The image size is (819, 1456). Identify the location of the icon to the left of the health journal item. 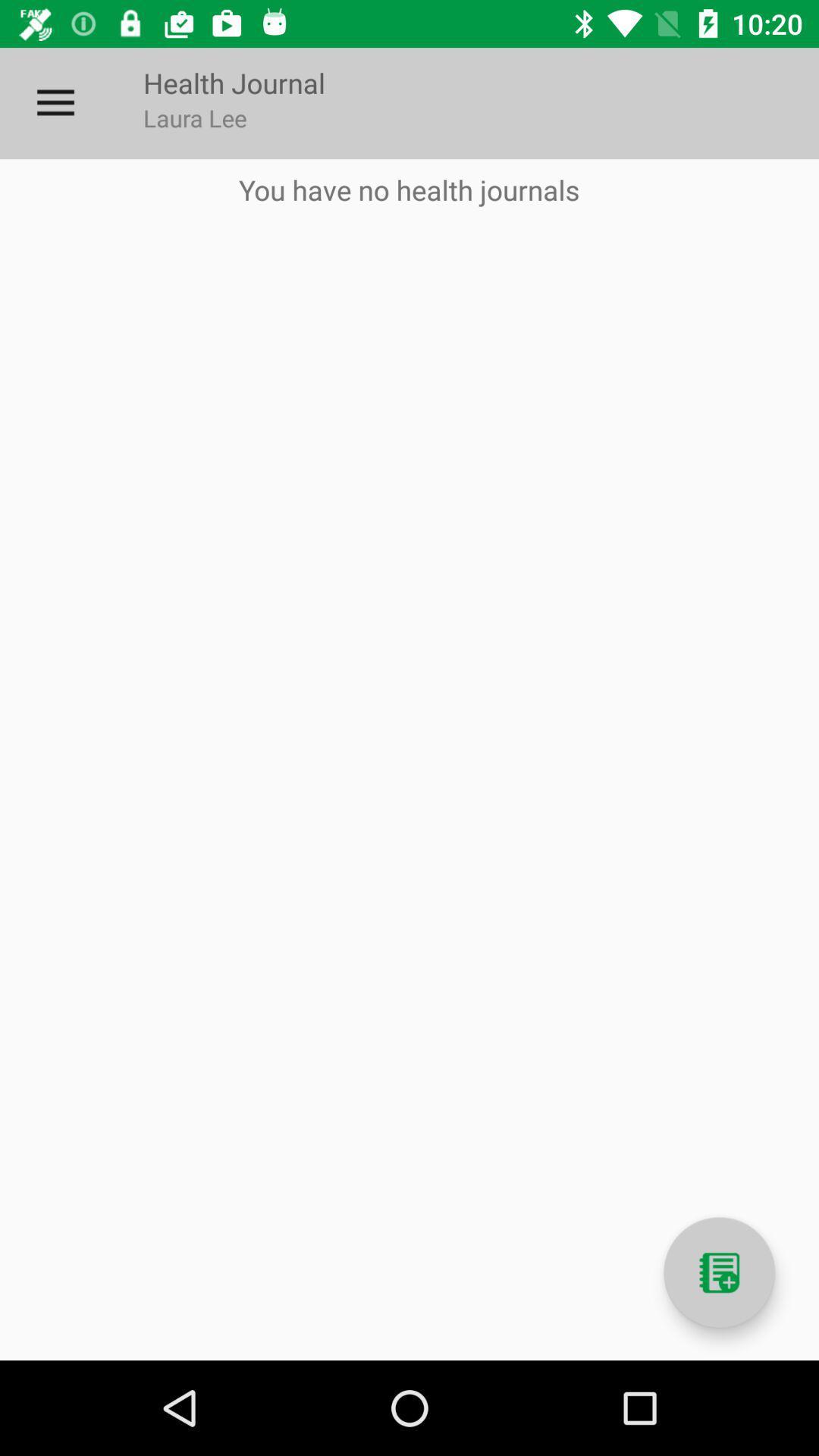
(55, 102).